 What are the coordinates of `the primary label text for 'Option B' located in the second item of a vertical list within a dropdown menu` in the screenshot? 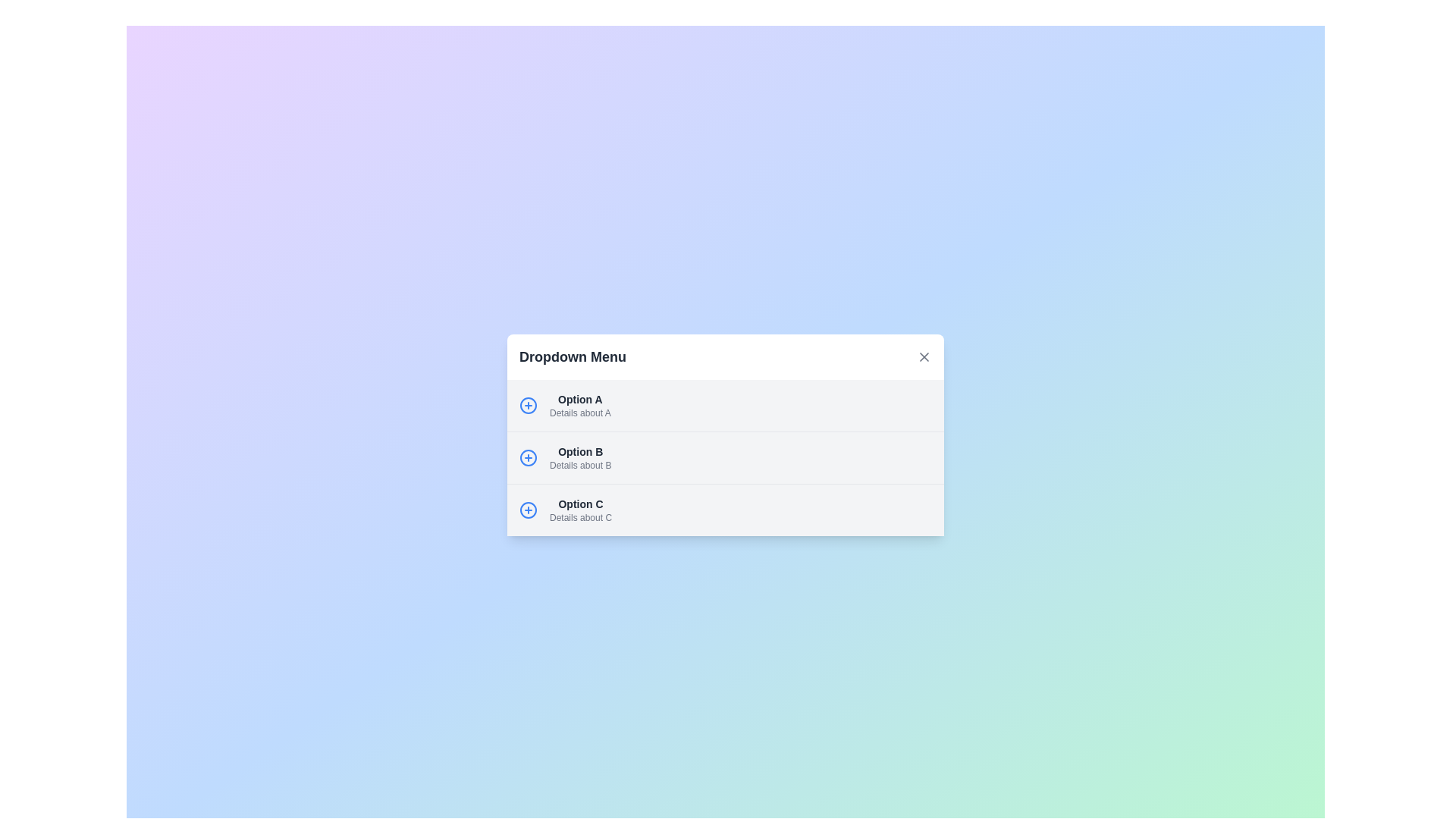 It's located at (579, 451).